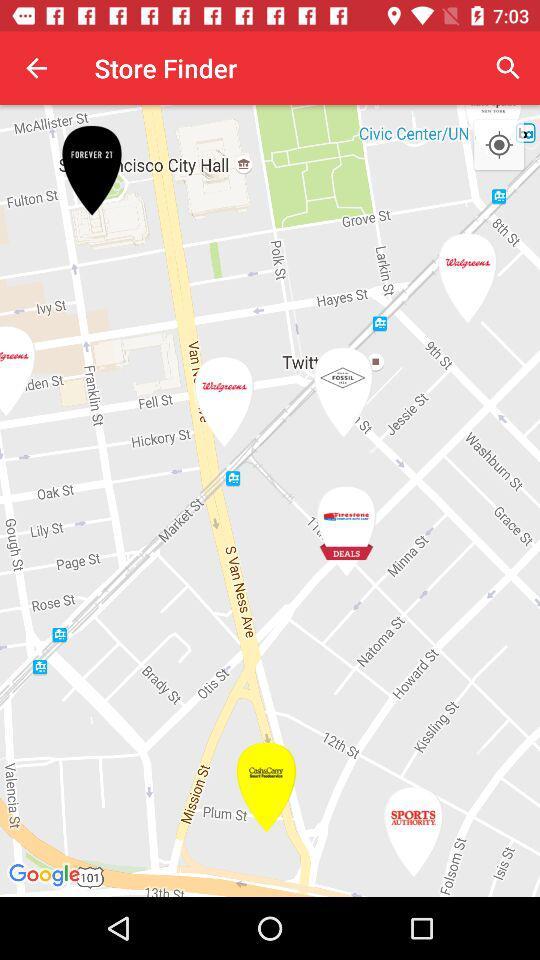 The width and height of the screenshot is (540, 960). Describe the element at coordinates (36, 68) in the screenshot. I see `the app next to store finder icon` at that location.